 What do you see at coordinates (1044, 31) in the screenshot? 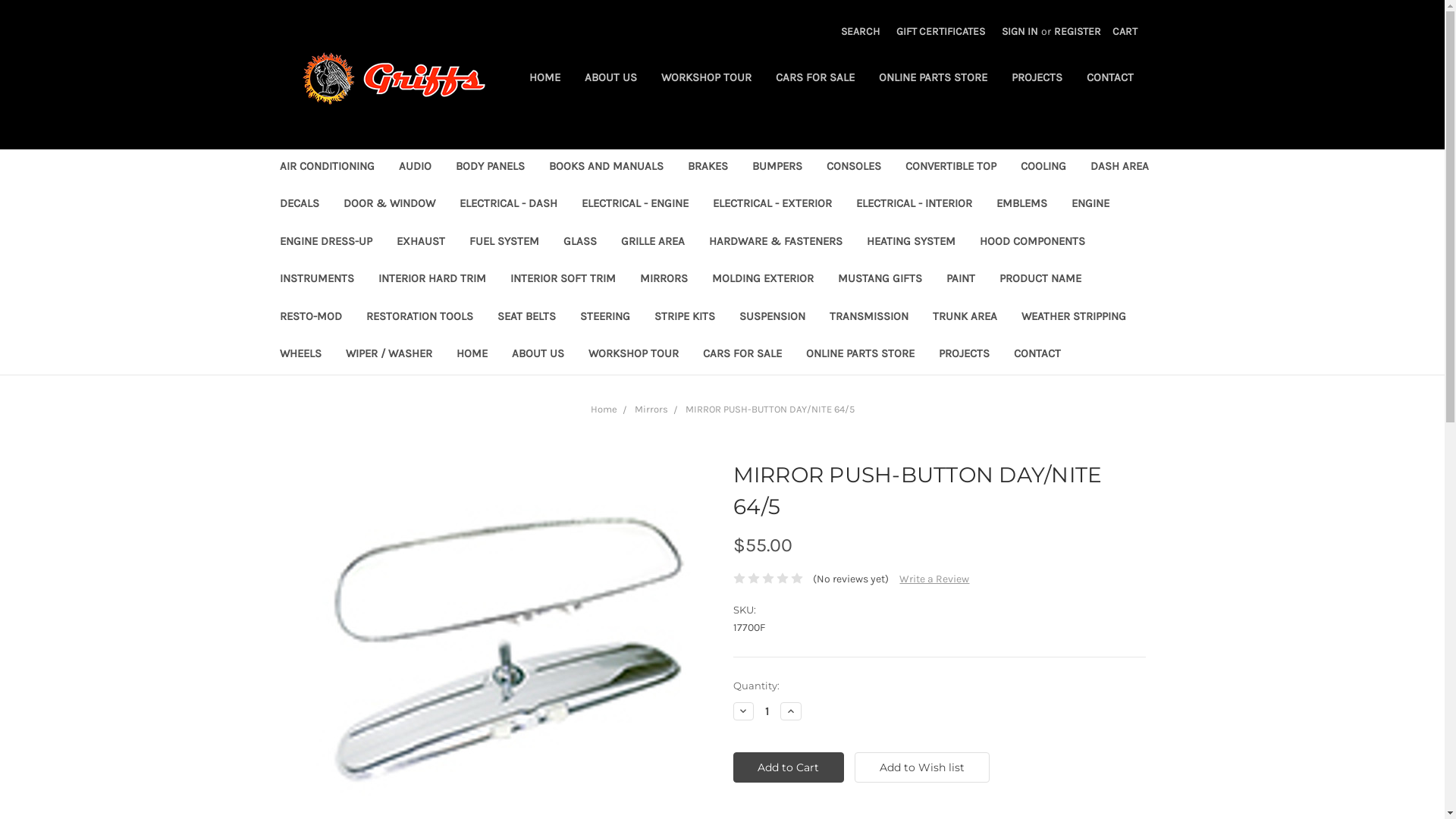
I see `'REGISTER'` at bounding box center [1044, 31].